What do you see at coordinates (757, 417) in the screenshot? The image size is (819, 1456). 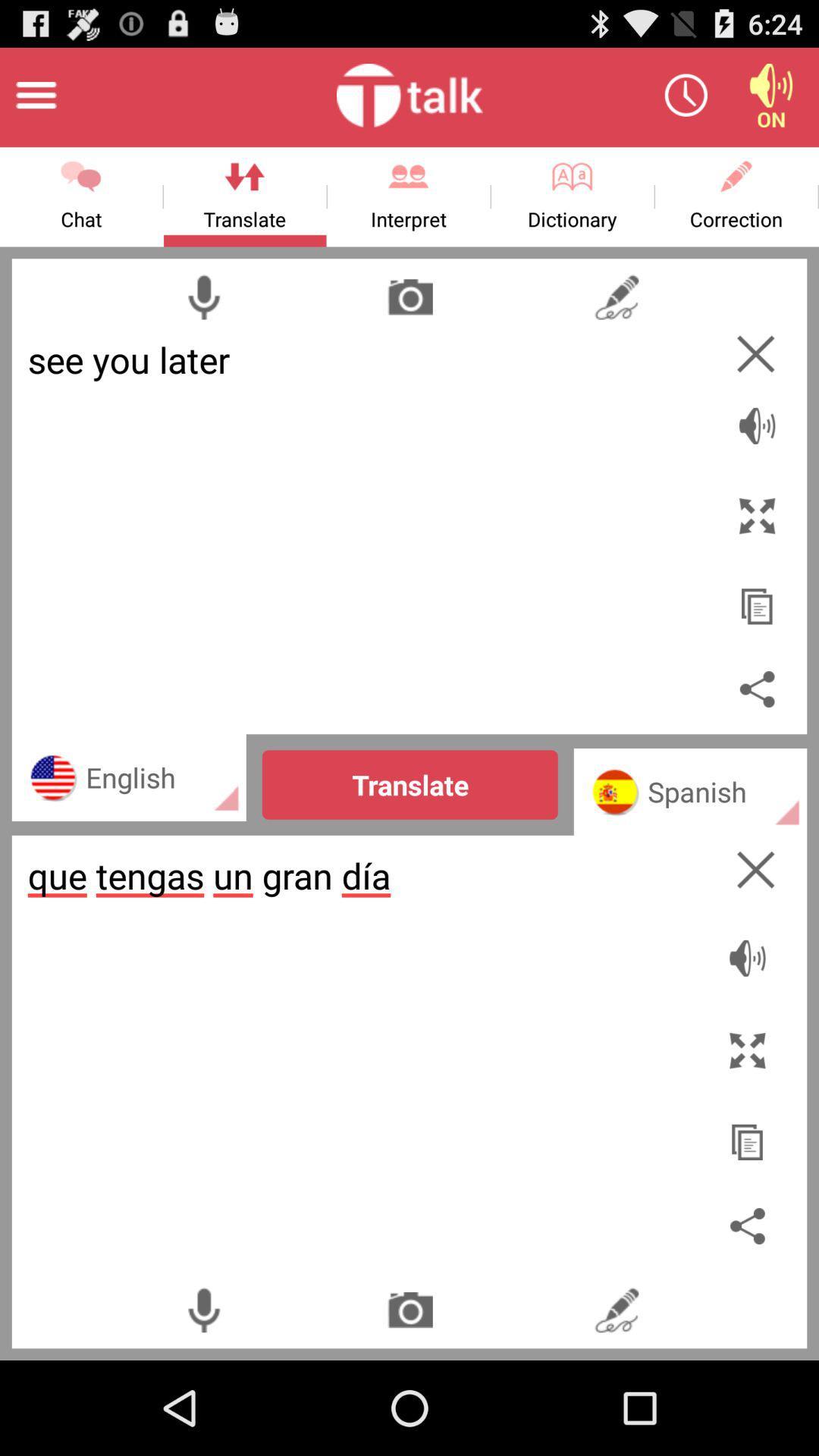 I see `speak` at bounding box center [757, 417].